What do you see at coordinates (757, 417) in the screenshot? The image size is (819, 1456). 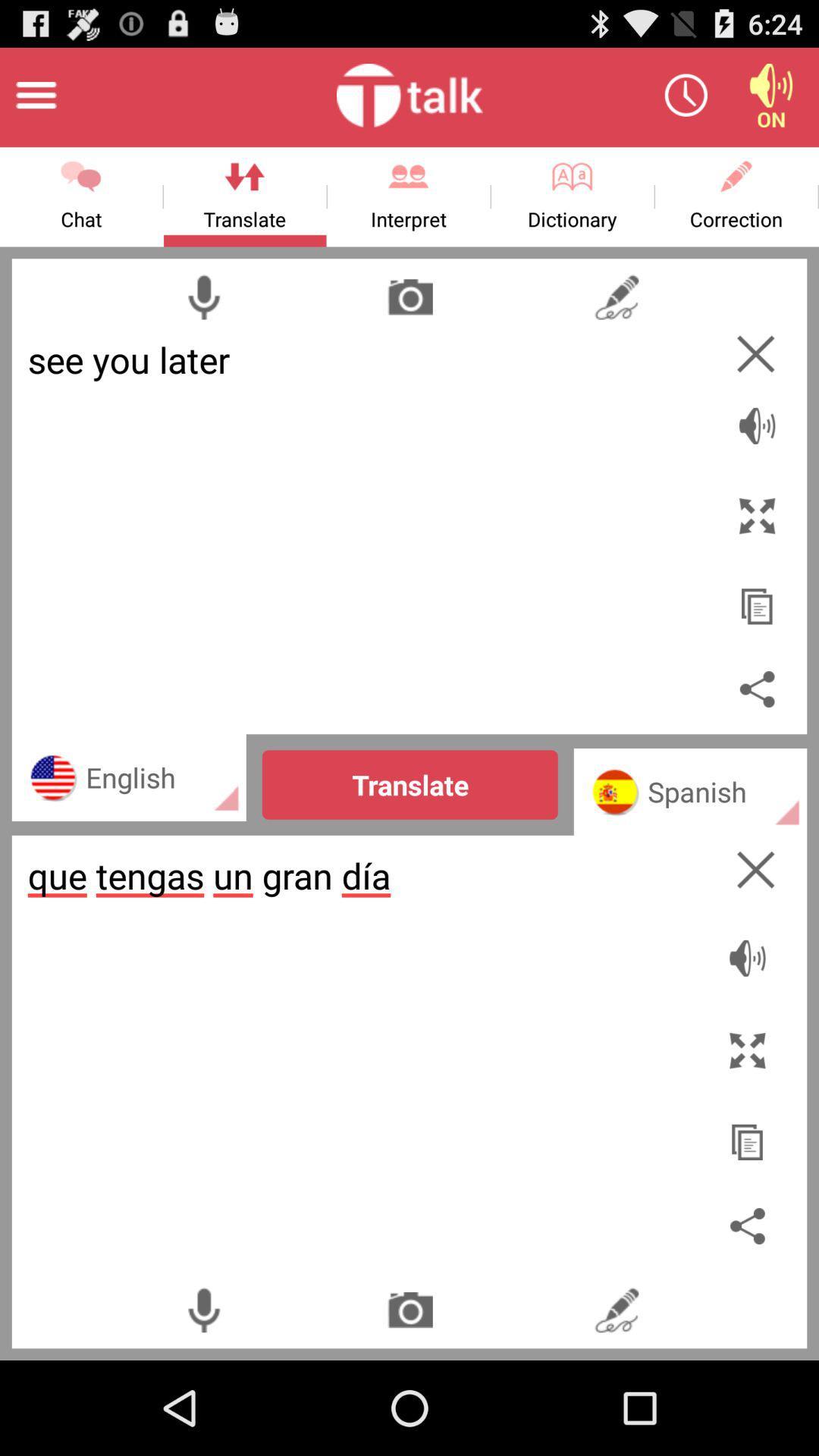 I see `speak` at bounding box center [757, 417].